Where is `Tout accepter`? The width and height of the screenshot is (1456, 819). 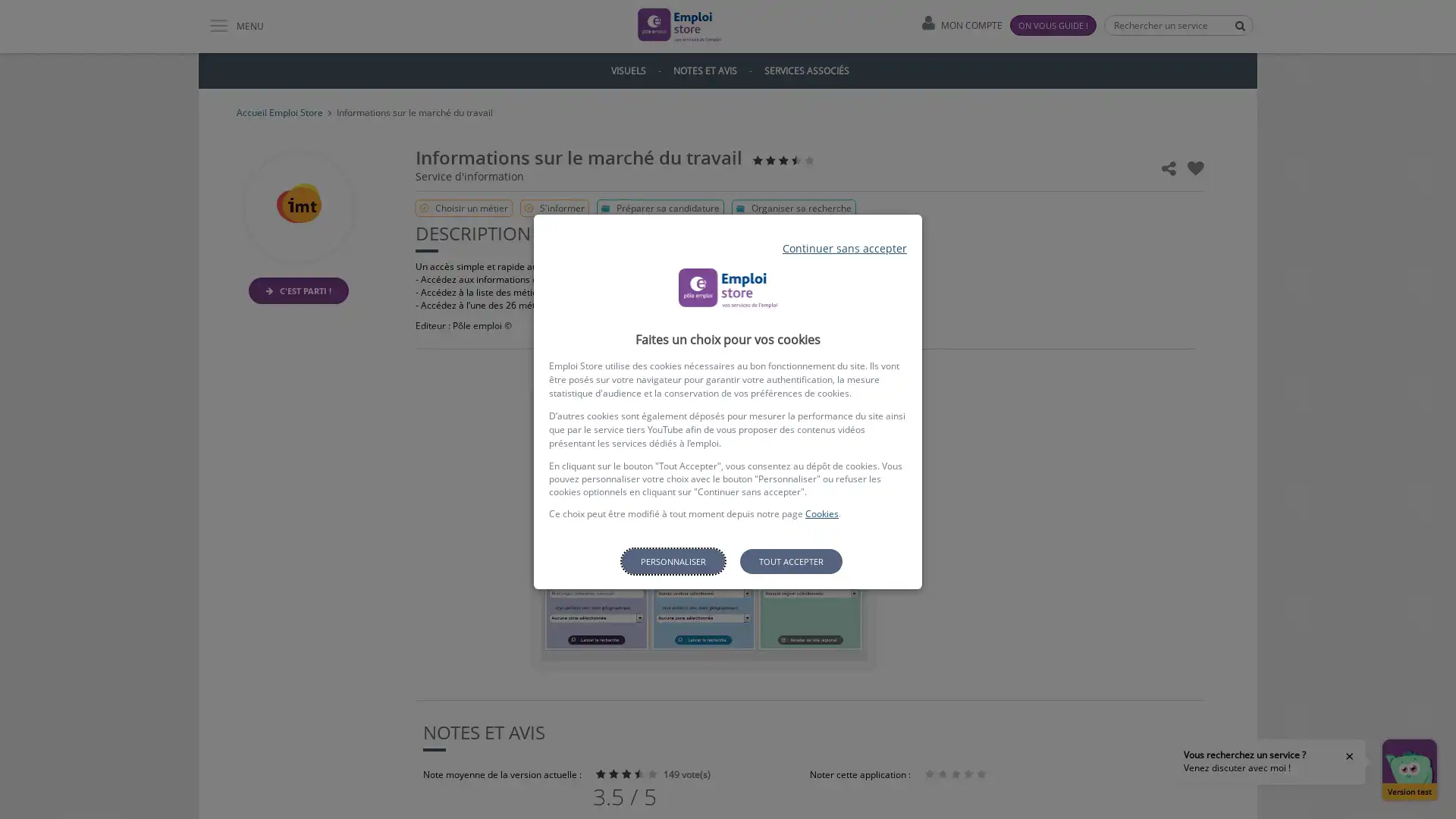 Tout accepter is located at coordinates (789, 561).